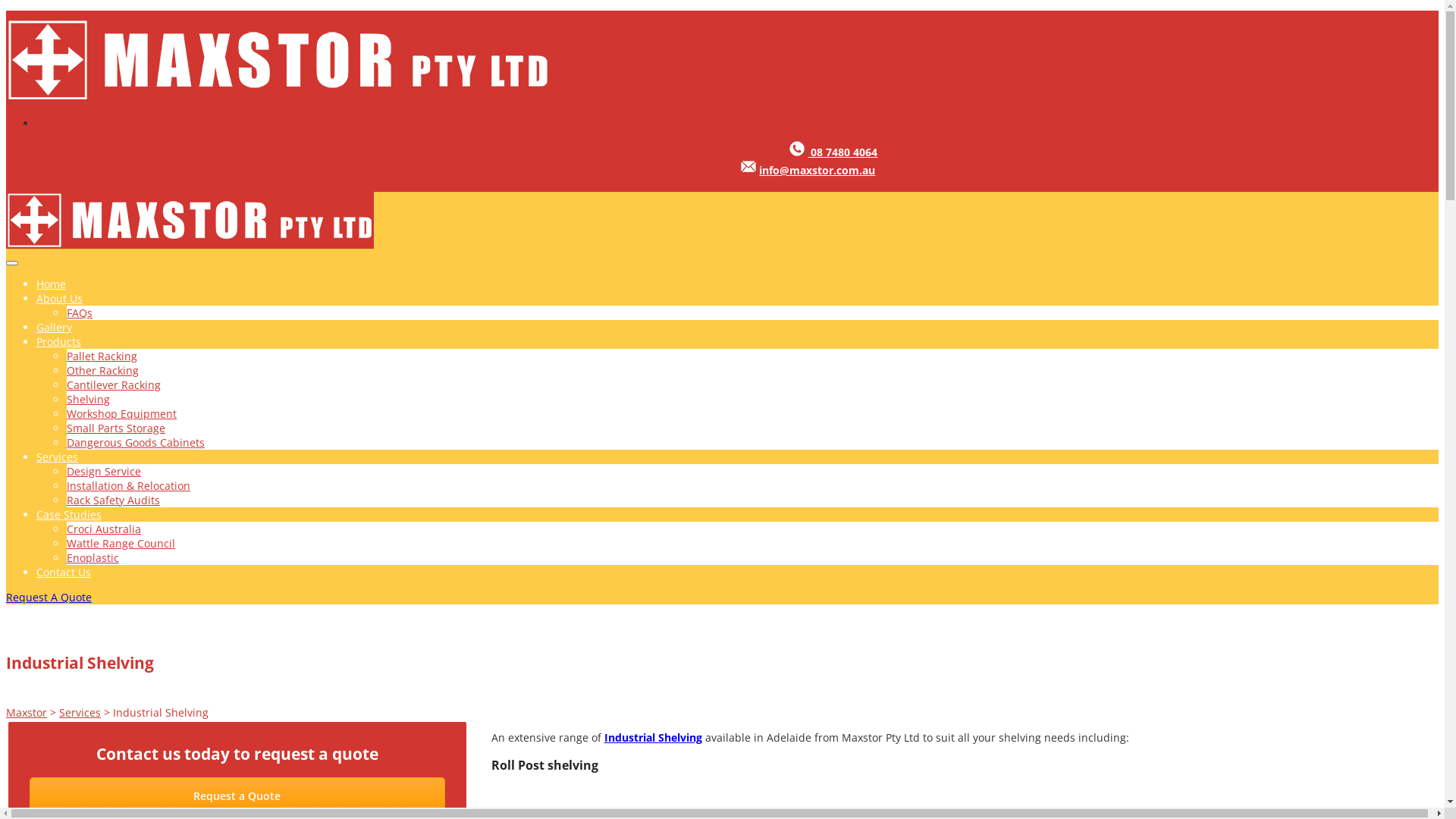  What do you see at coordinates (92, 557) in the screenshot?
I see `'Enoplastic'` at bounding box center [92, 557].